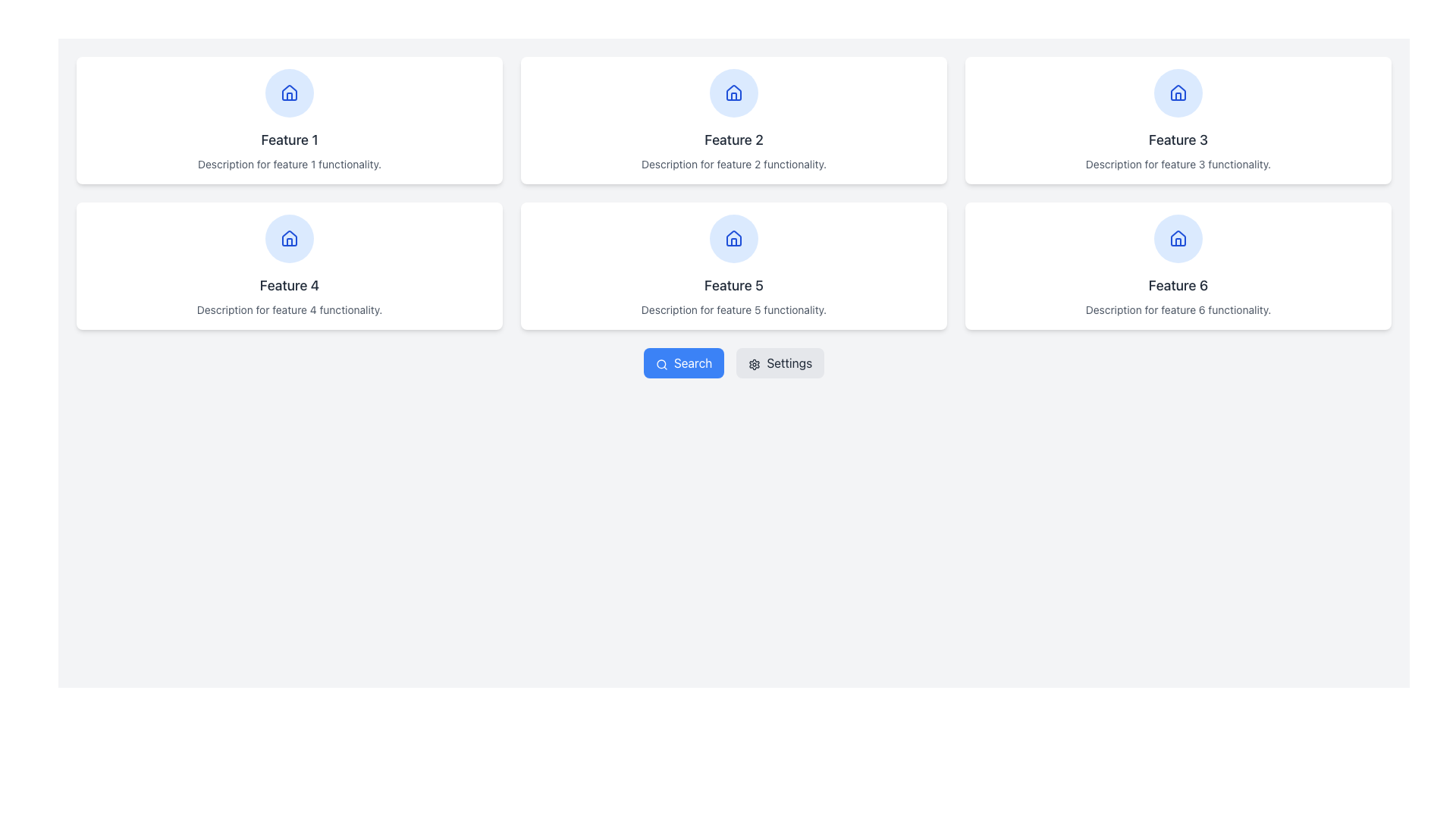  Describe the element at coordinates (1178, 140) in the screenshot. I see `the text label displaying the name or title of the 'Feature 3' card, which is the second line of text in the top-right corner of the grid layout` at that location.